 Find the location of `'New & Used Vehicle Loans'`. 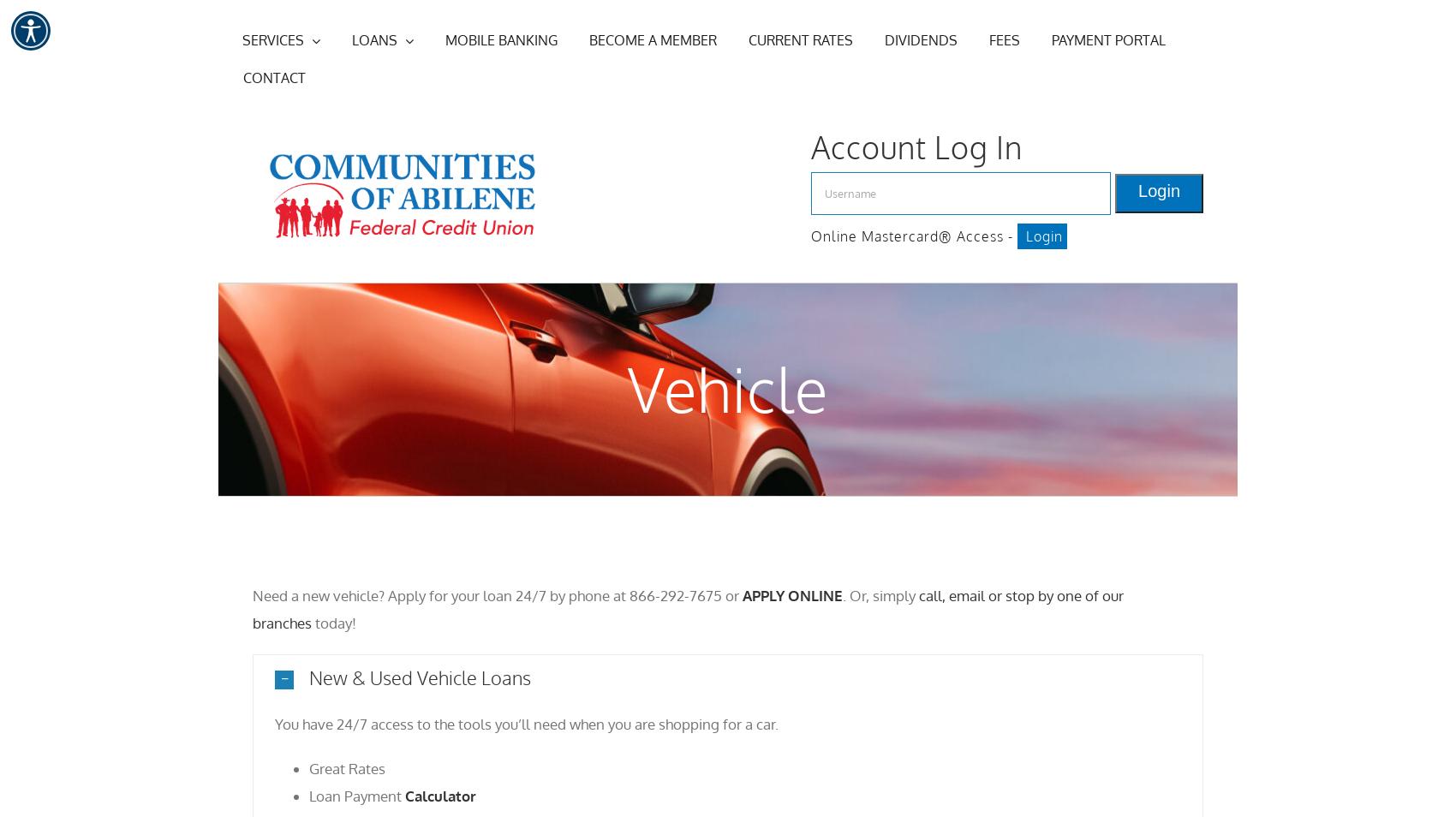

'New & Used Vehicle Loans' is located at coordinates (420, 677).